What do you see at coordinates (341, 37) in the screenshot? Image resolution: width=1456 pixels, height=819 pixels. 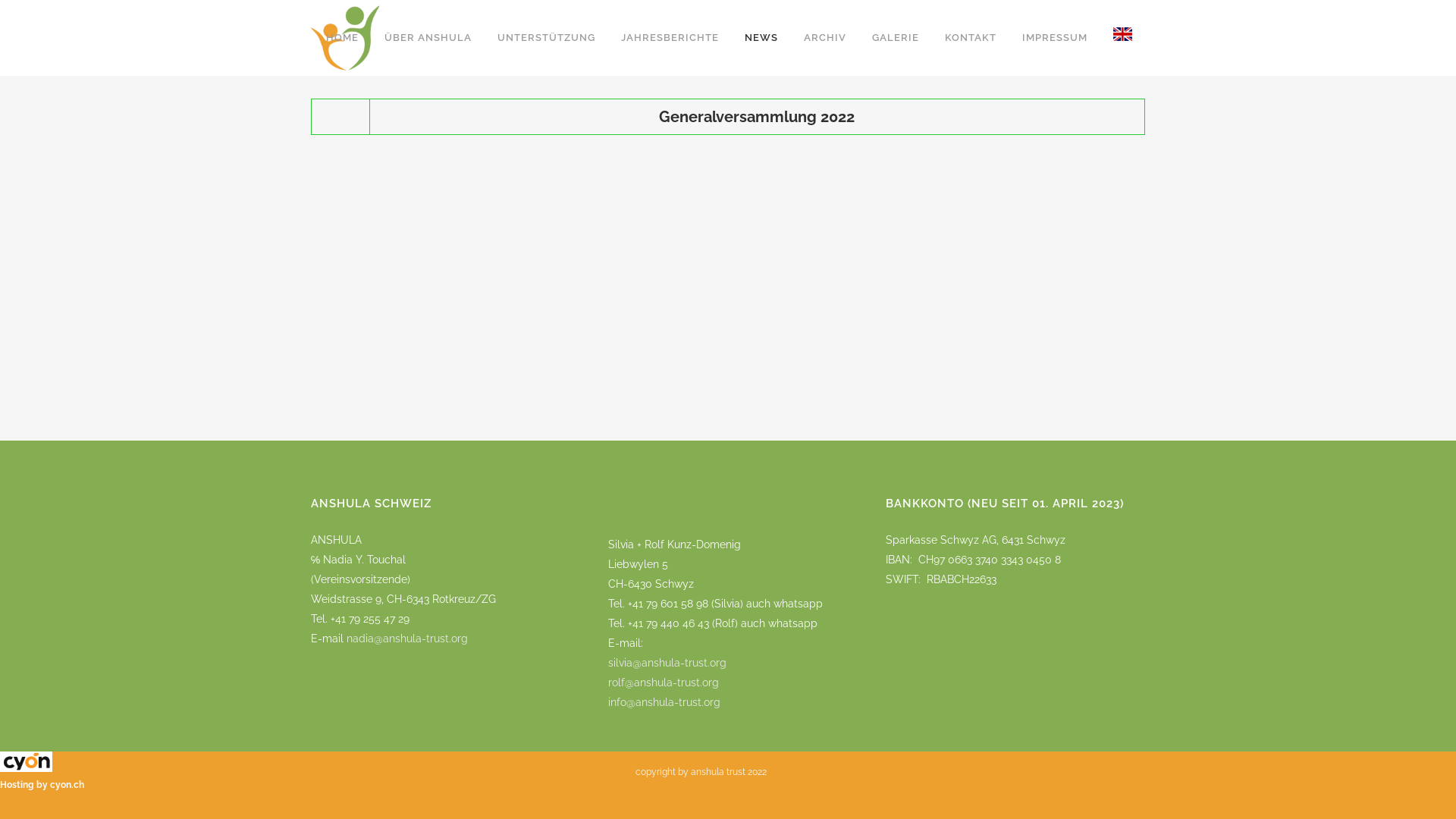 I see `'HOME'` at bounding box center [341, 37].